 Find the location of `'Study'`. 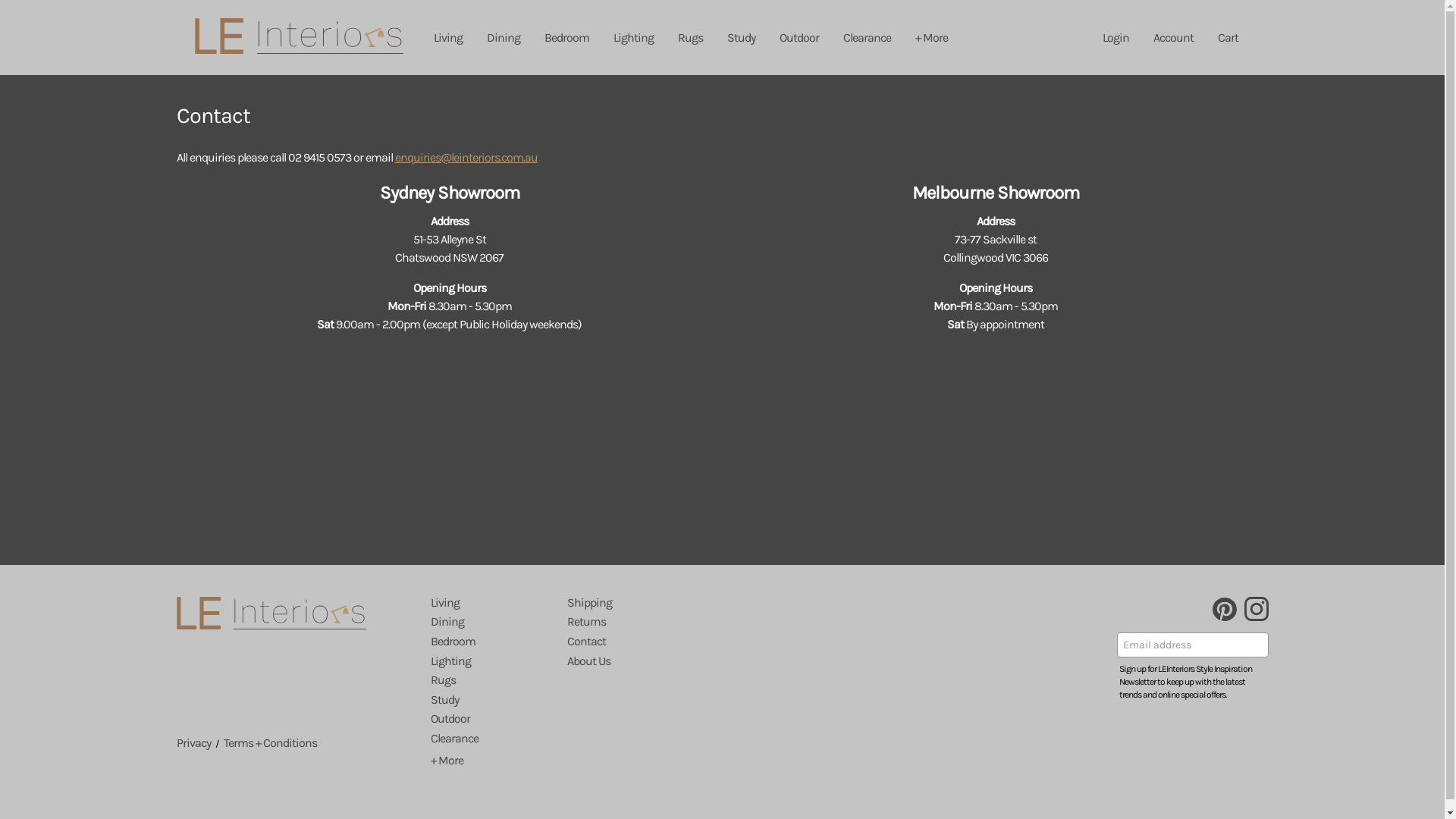

'Study' is located at coordinates (740, 36).